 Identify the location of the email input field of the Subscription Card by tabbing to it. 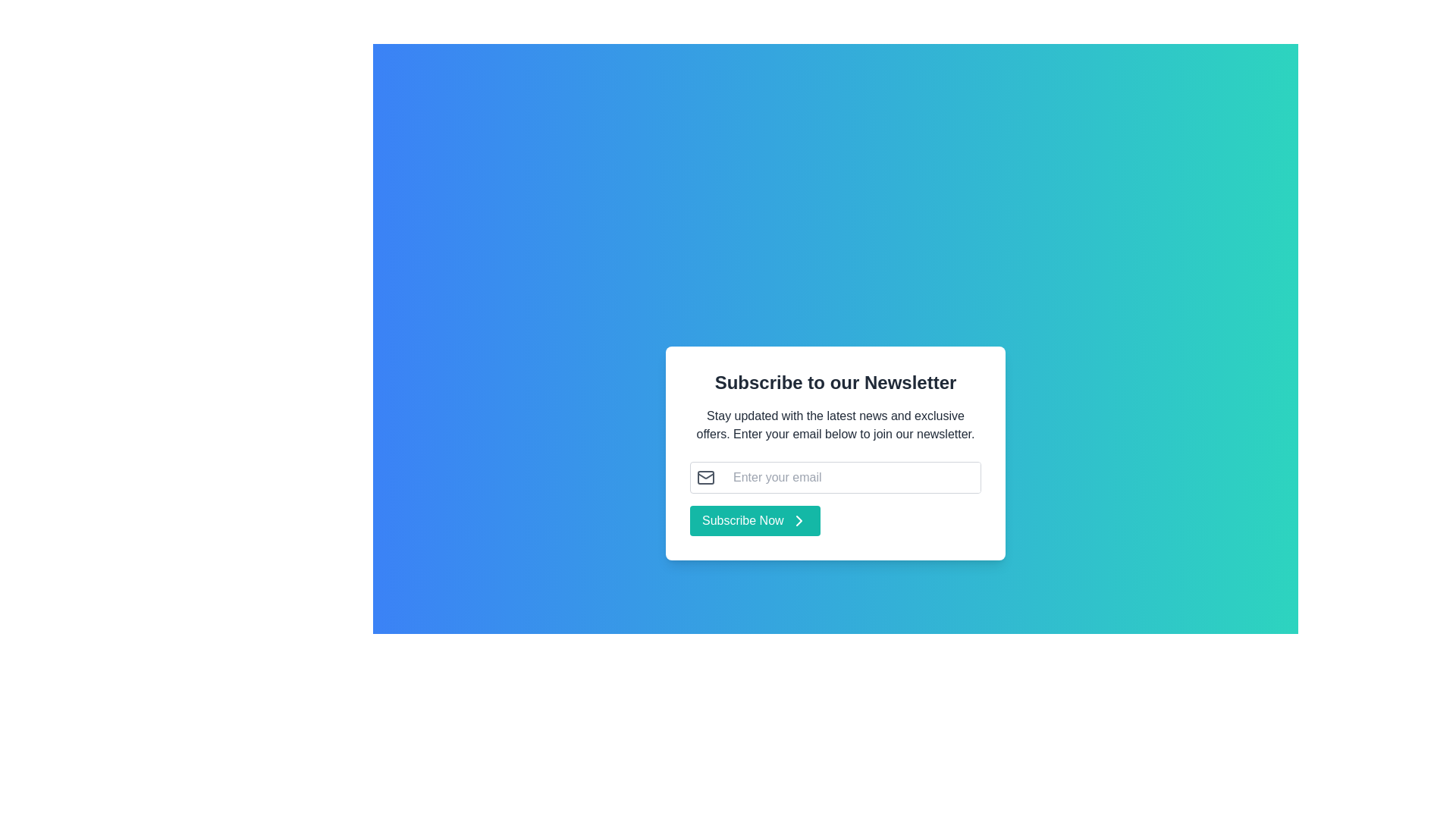
(835, 452).